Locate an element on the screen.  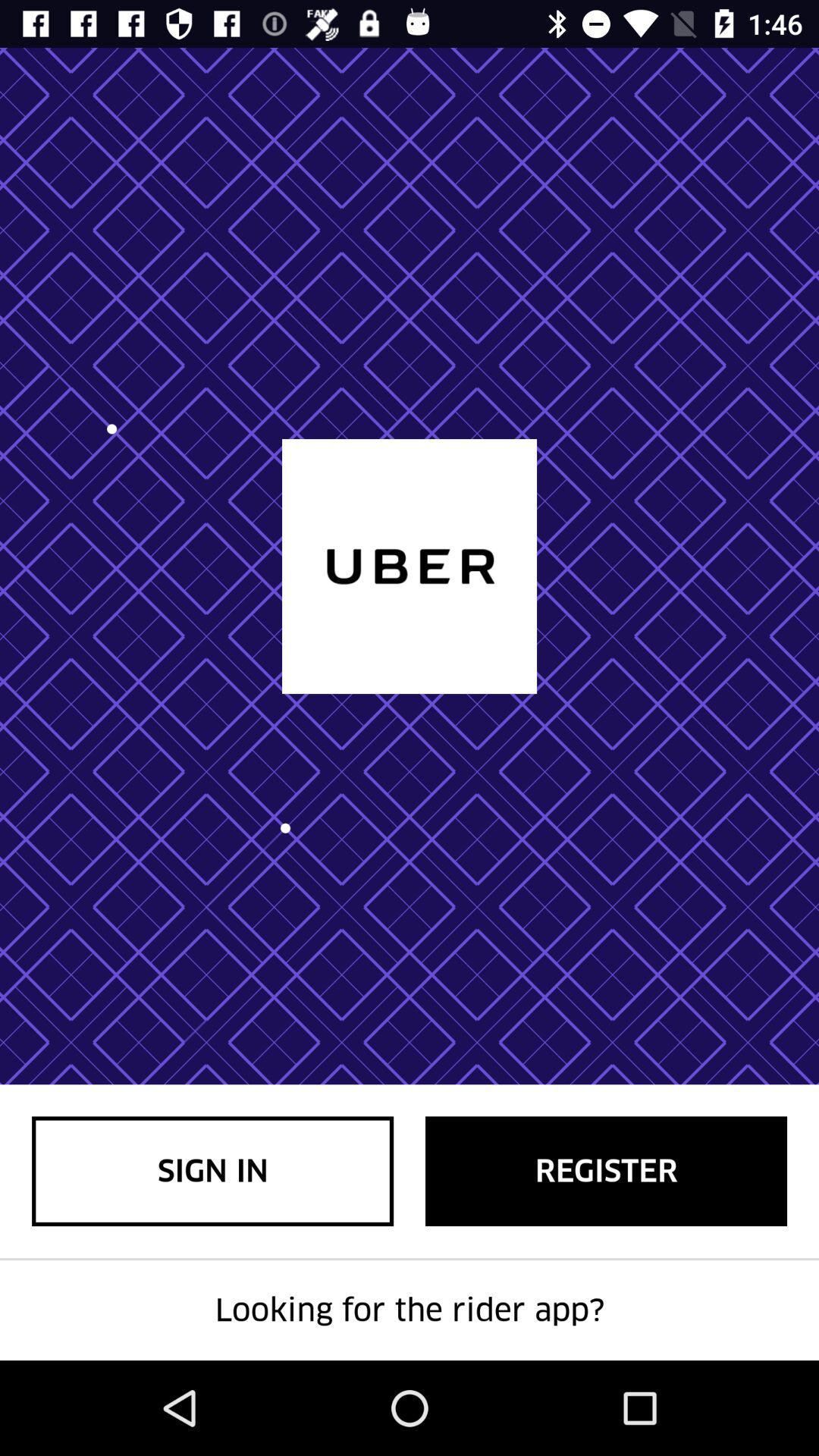
the item to the left of register item is located at coordinates (212, 1170).